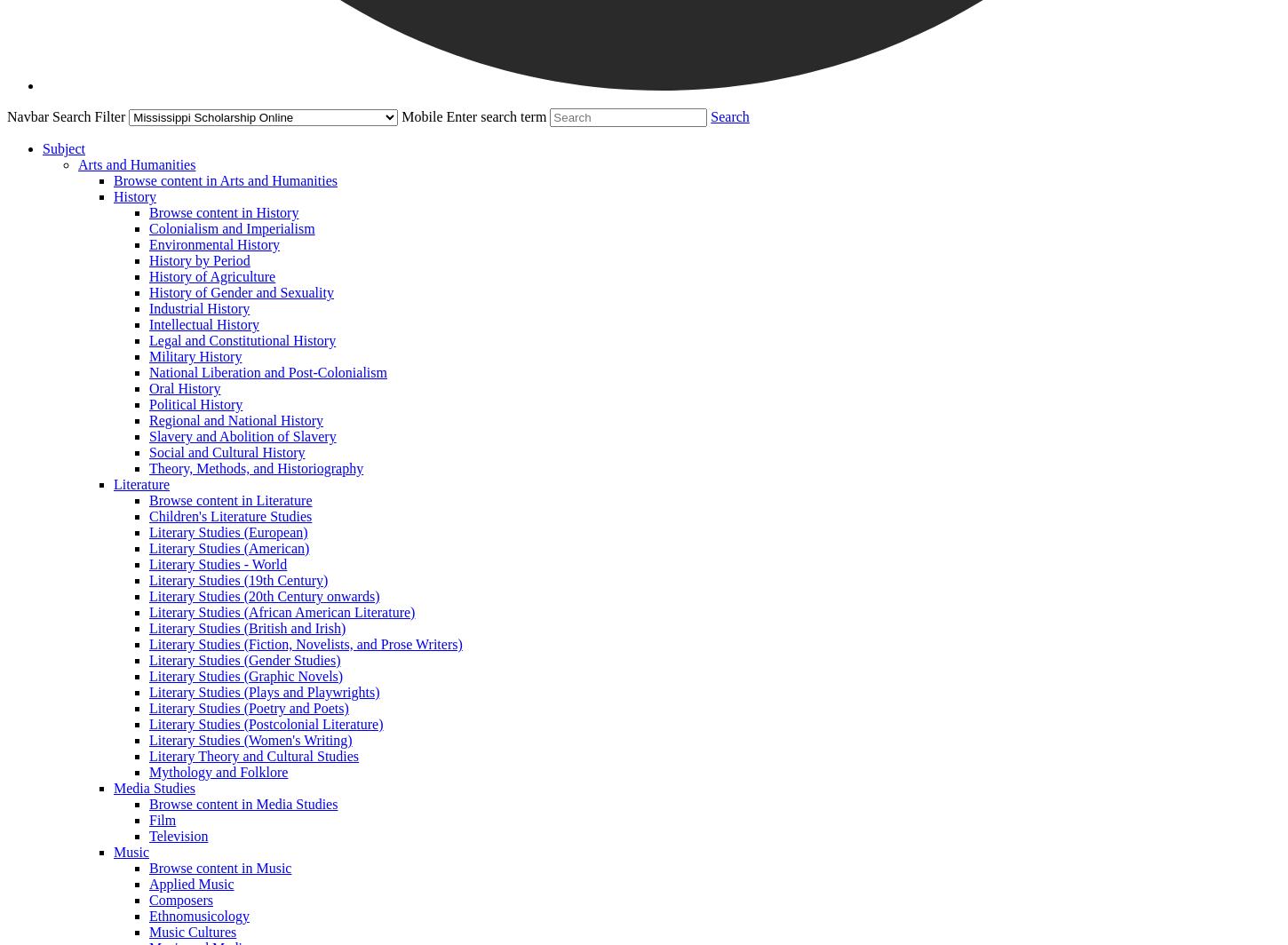  What do you see at coordinates (264, 596) in the screenshot?
I see `'Literary Studies (20th Century onwards)'` at bounding box center [264, 596].